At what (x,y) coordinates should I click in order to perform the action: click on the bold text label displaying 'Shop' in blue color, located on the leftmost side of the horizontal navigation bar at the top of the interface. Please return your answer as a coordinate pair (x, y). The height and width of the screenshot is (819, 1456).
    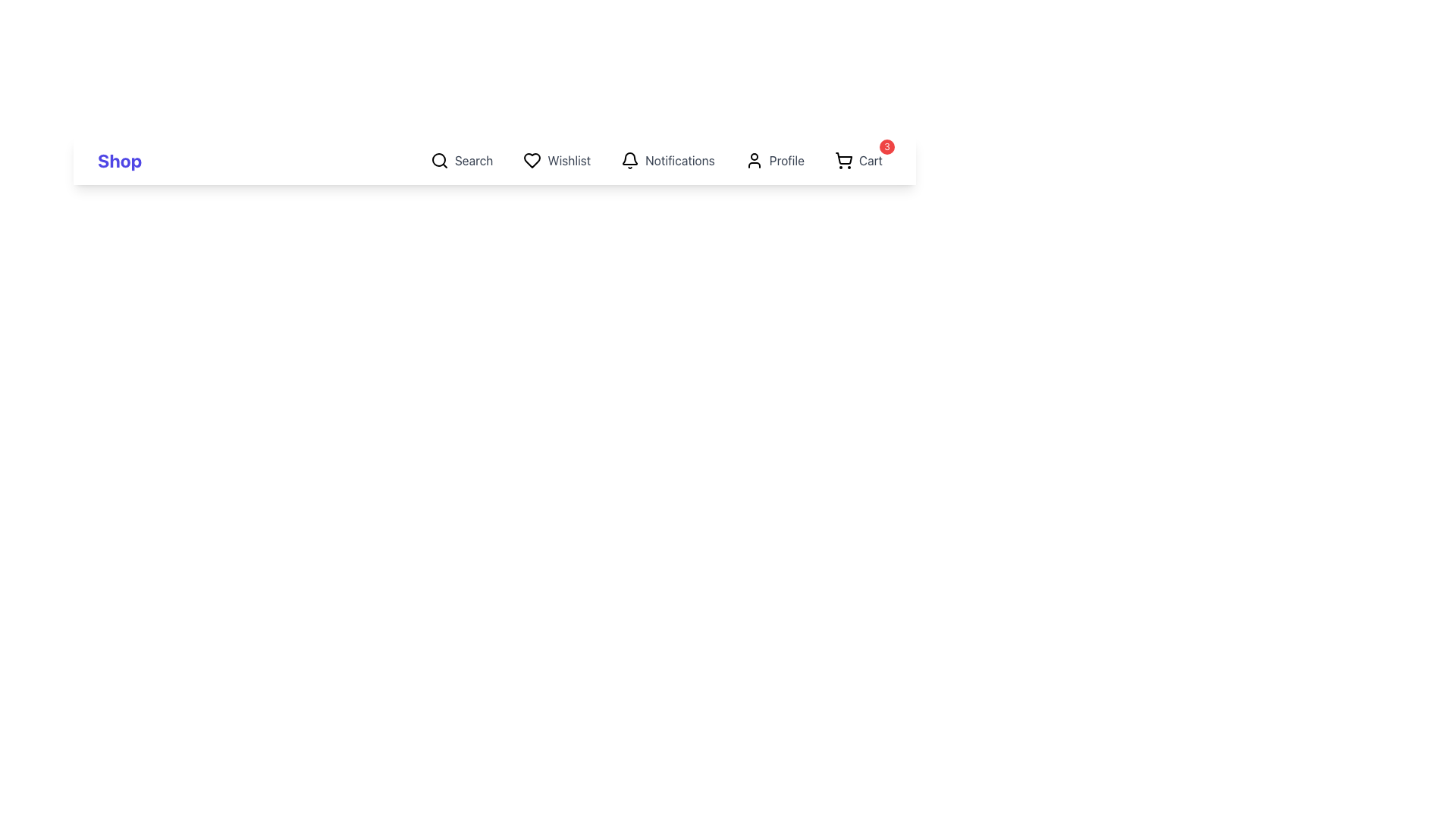
    Looking at the image, I should click on (119, 161).